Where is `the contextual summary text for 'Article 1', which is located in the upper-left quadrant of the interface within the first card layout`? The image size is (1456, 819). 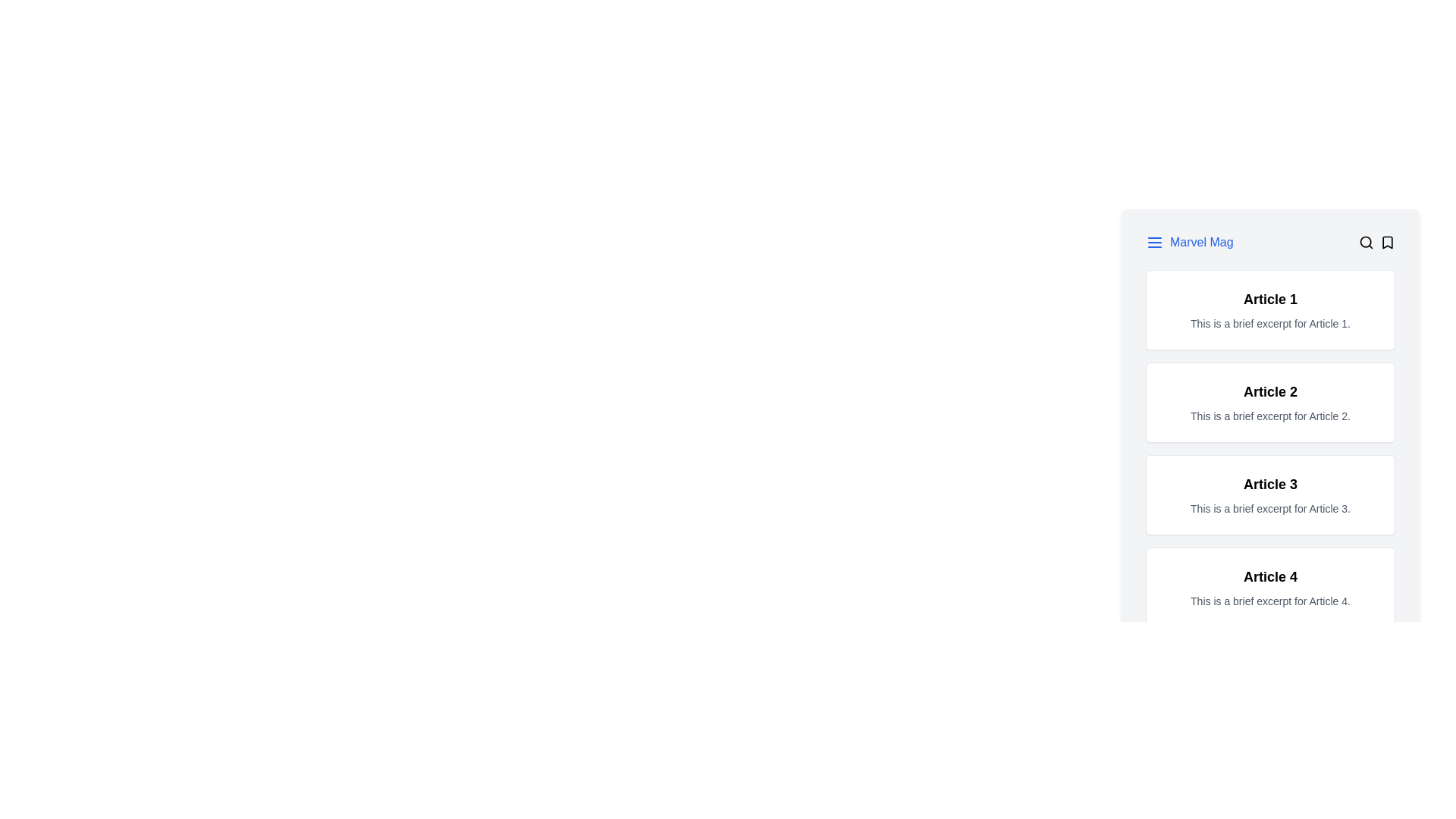
the contextual summary text for 'Article 1', which is located in the upper-left quadrant of the interface within the first card layout is located at coordinates (1270, 323).